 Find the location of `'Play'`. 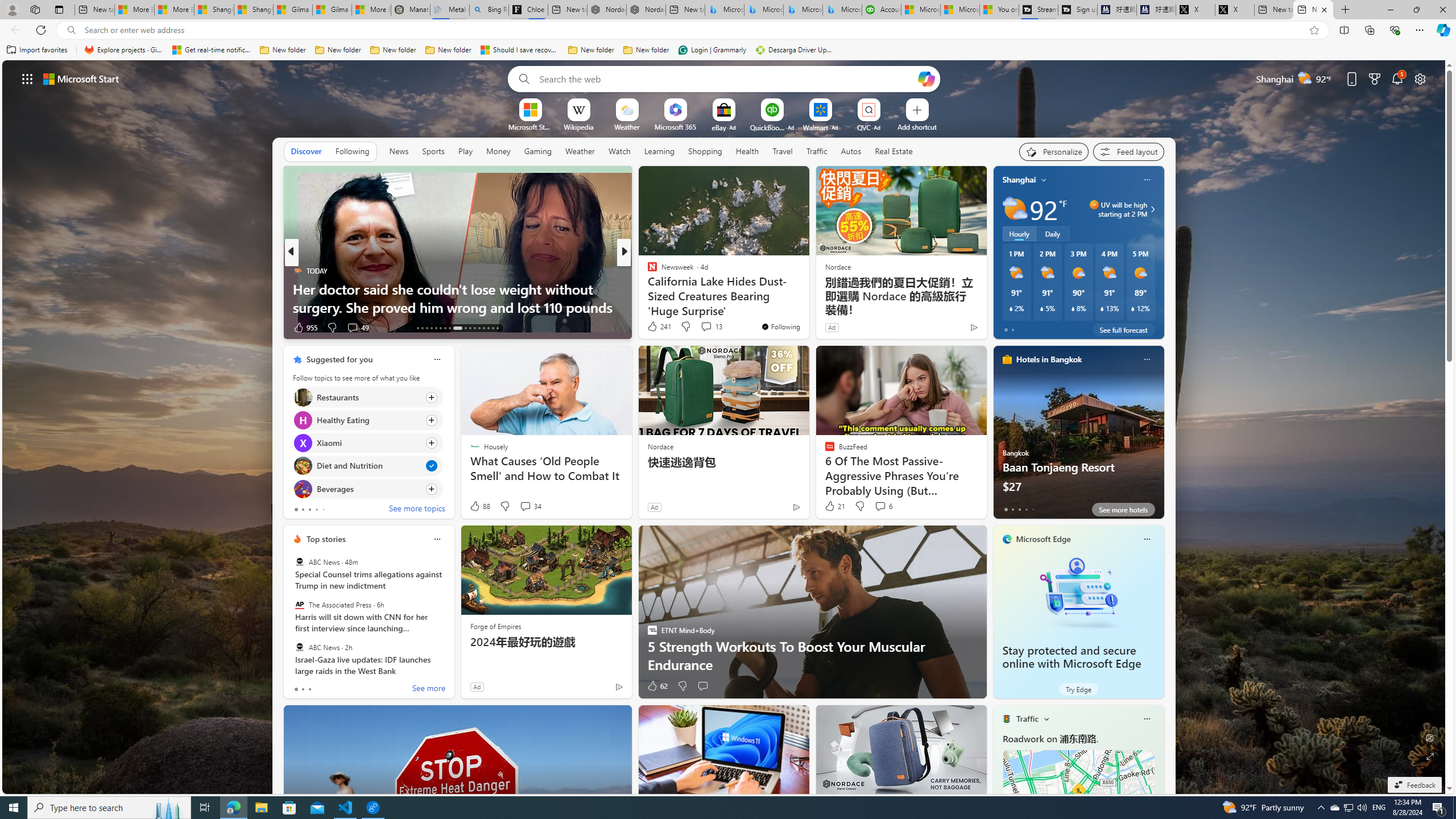

'Play' is located at coordinates (464, 150).